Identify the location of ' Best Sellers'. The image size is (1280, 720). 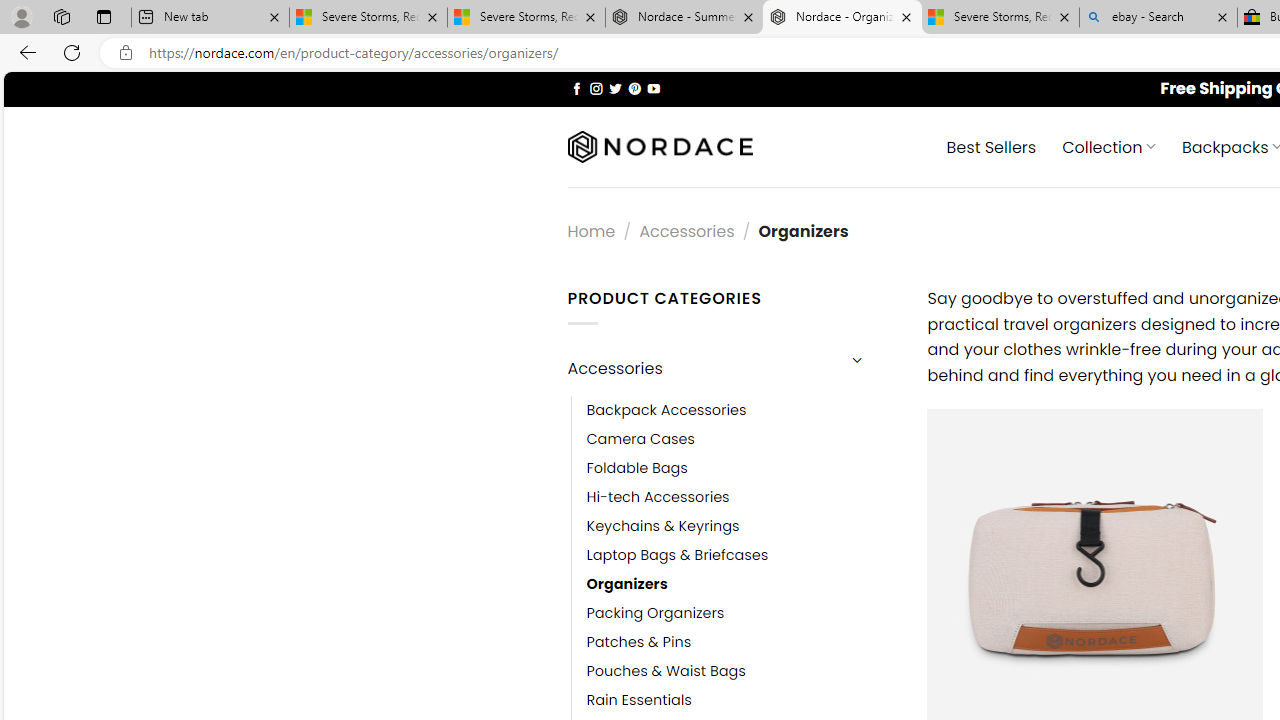
(991, 145).